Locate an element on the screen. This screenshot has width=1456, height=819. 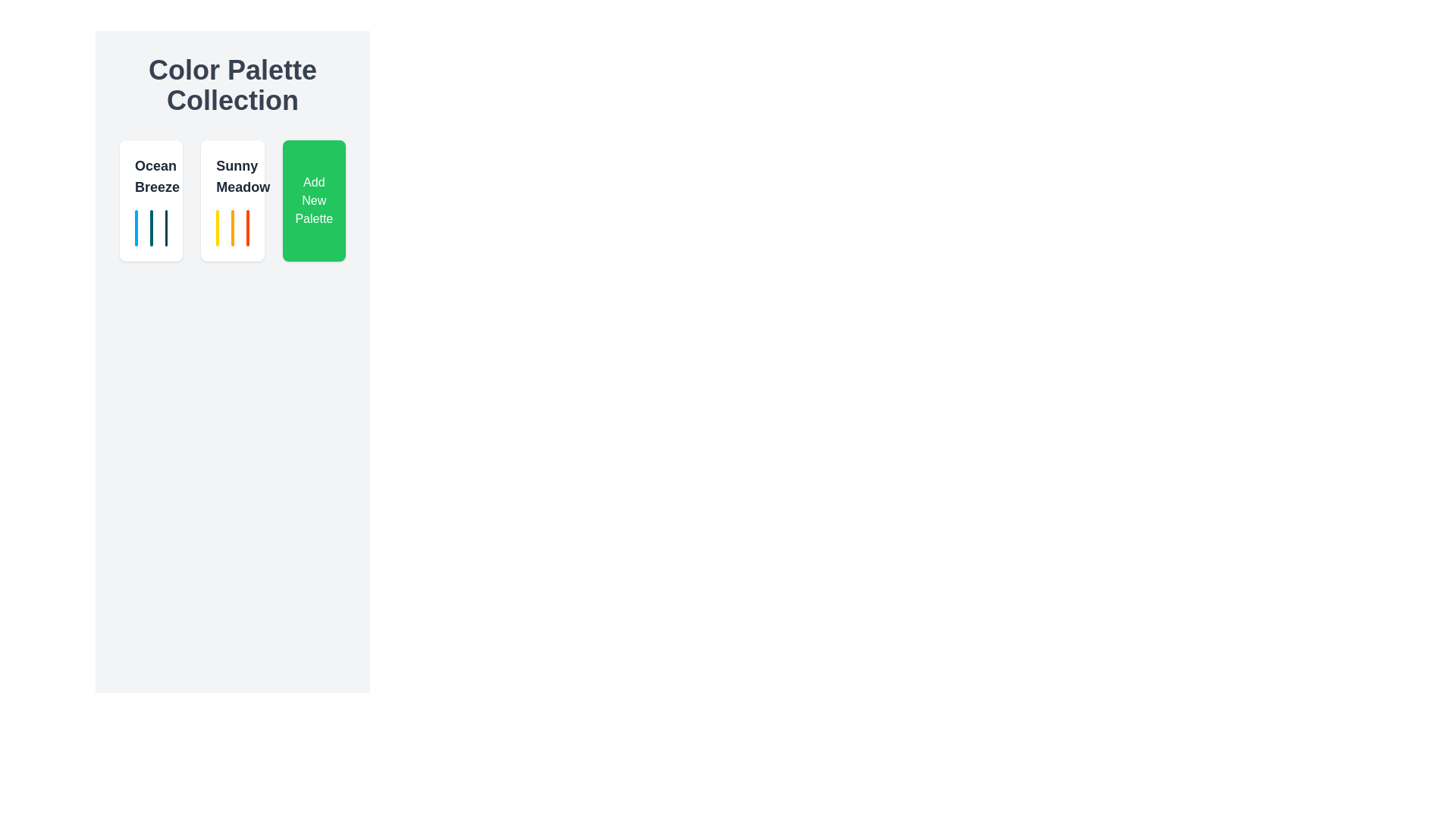
the orange color indicator square, which is the middle item in a group of three squares representing colors is located at coordinates (232, 227).